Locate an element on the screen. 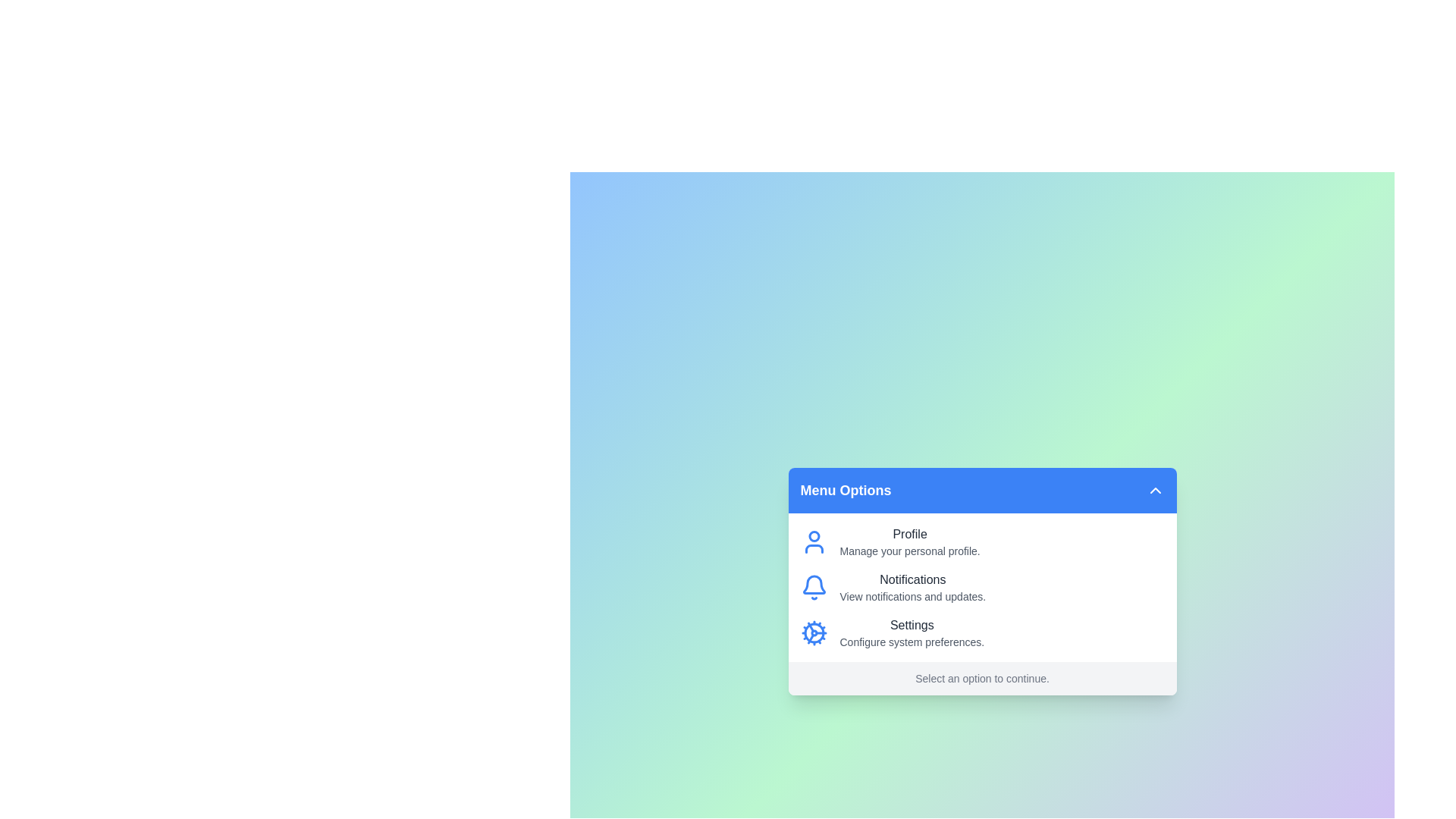 This screenshot has width=1456, height=819. the menu option Settings from the list is located at coordinates (911, 632).